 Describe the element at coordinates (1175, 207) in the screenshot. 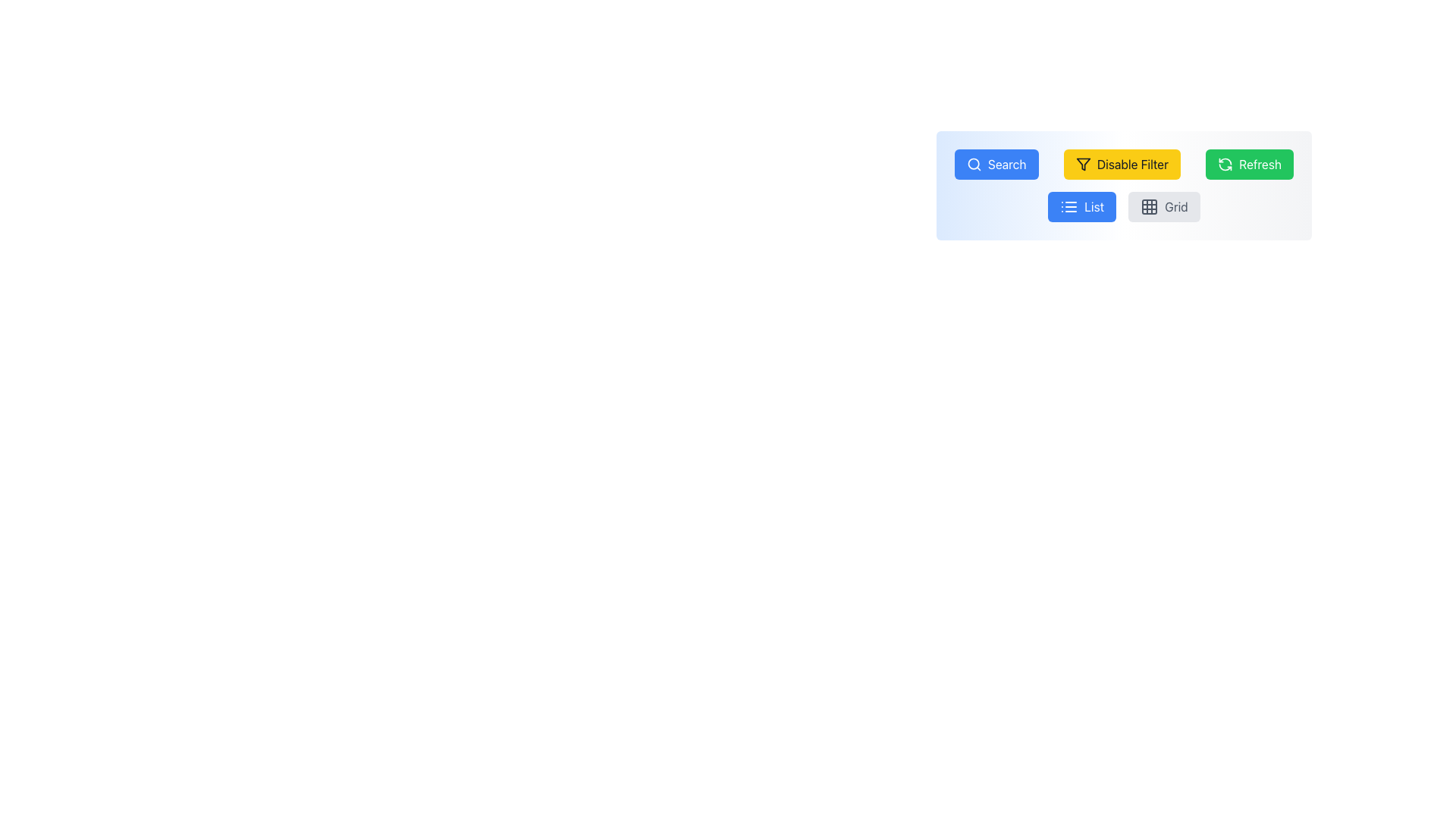

I see `the text label displaying 'Grid', which is positioned immediately to the right of the 'List' button` at that location.